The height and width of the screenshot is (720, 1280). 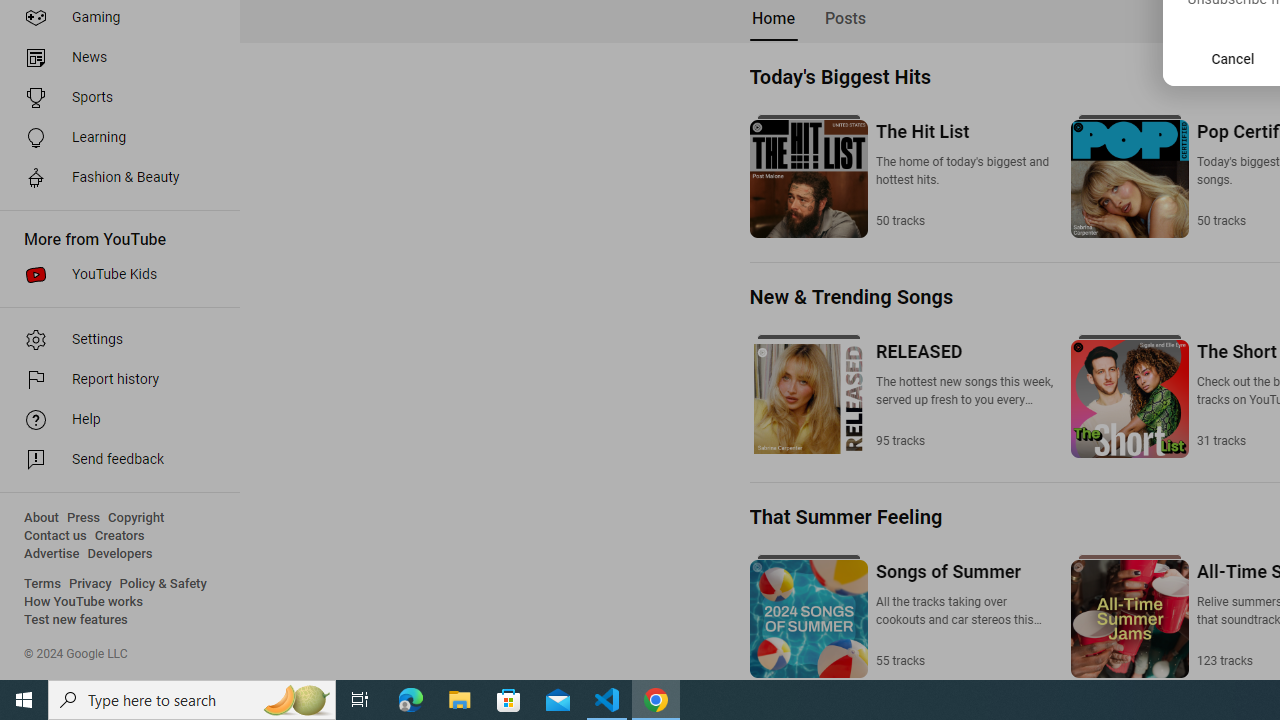 What do you see at coordinates (839, 76) in the screenshot?
I see `'Today'` at bounding box center [839, 76].